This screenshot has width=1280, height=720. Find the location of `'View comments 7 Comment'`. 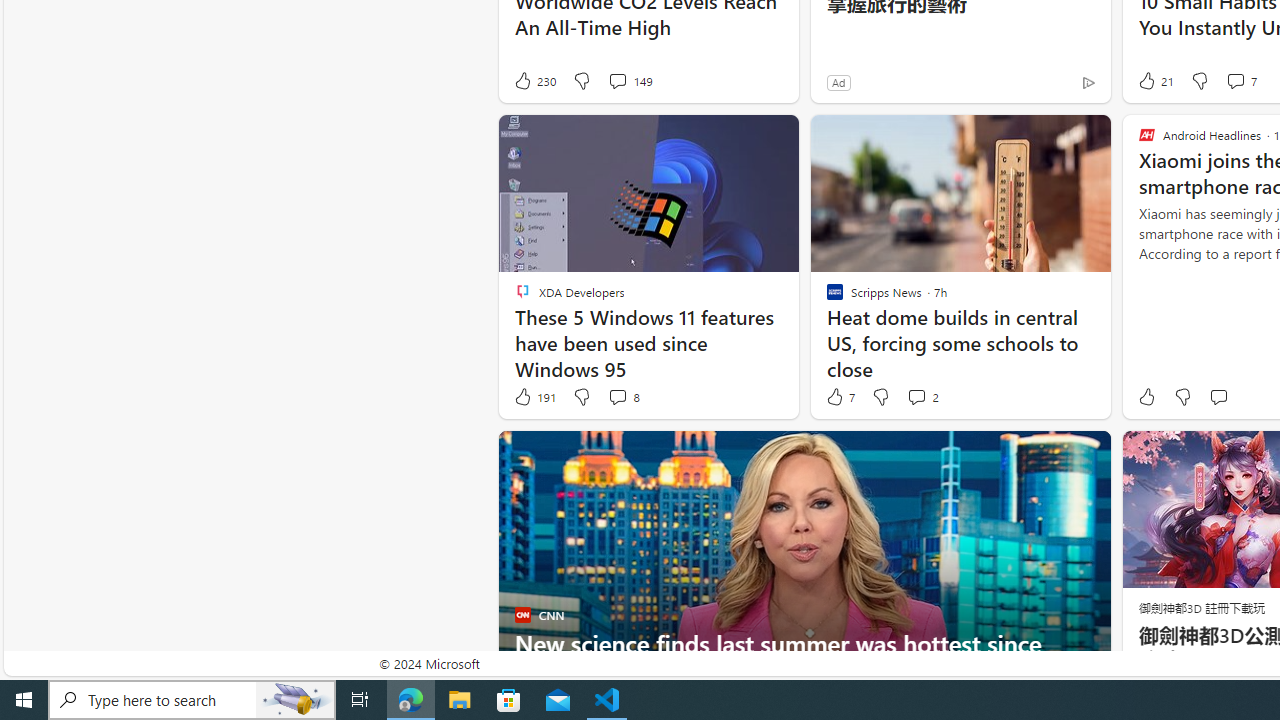

'View comments 7 Comment' is located at coordinates (1239, 80).